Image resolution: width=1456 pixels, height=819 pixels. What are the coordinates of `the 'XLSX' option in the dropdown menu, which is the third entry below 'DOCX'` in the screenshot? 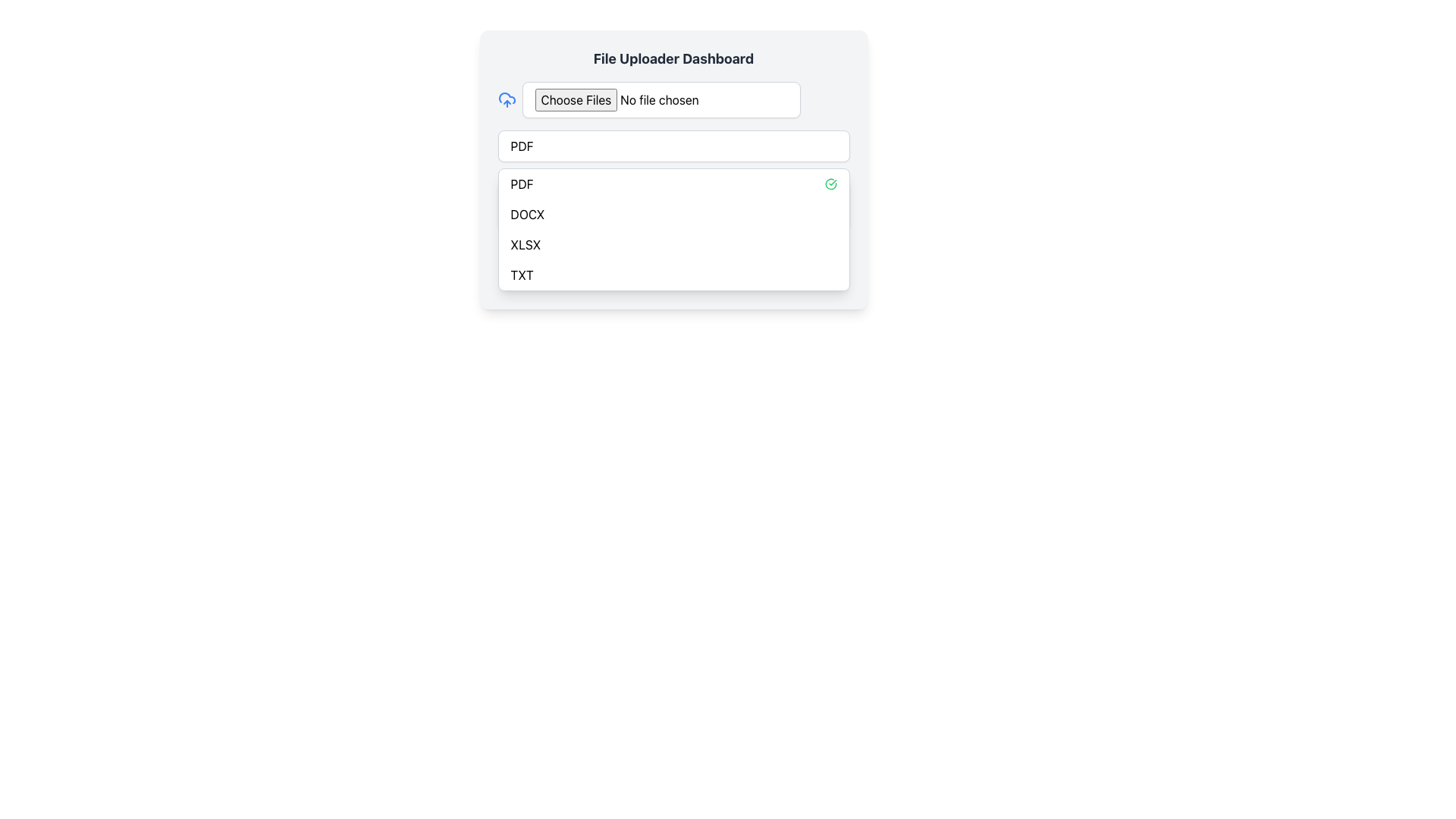 It's located at (673, 244).